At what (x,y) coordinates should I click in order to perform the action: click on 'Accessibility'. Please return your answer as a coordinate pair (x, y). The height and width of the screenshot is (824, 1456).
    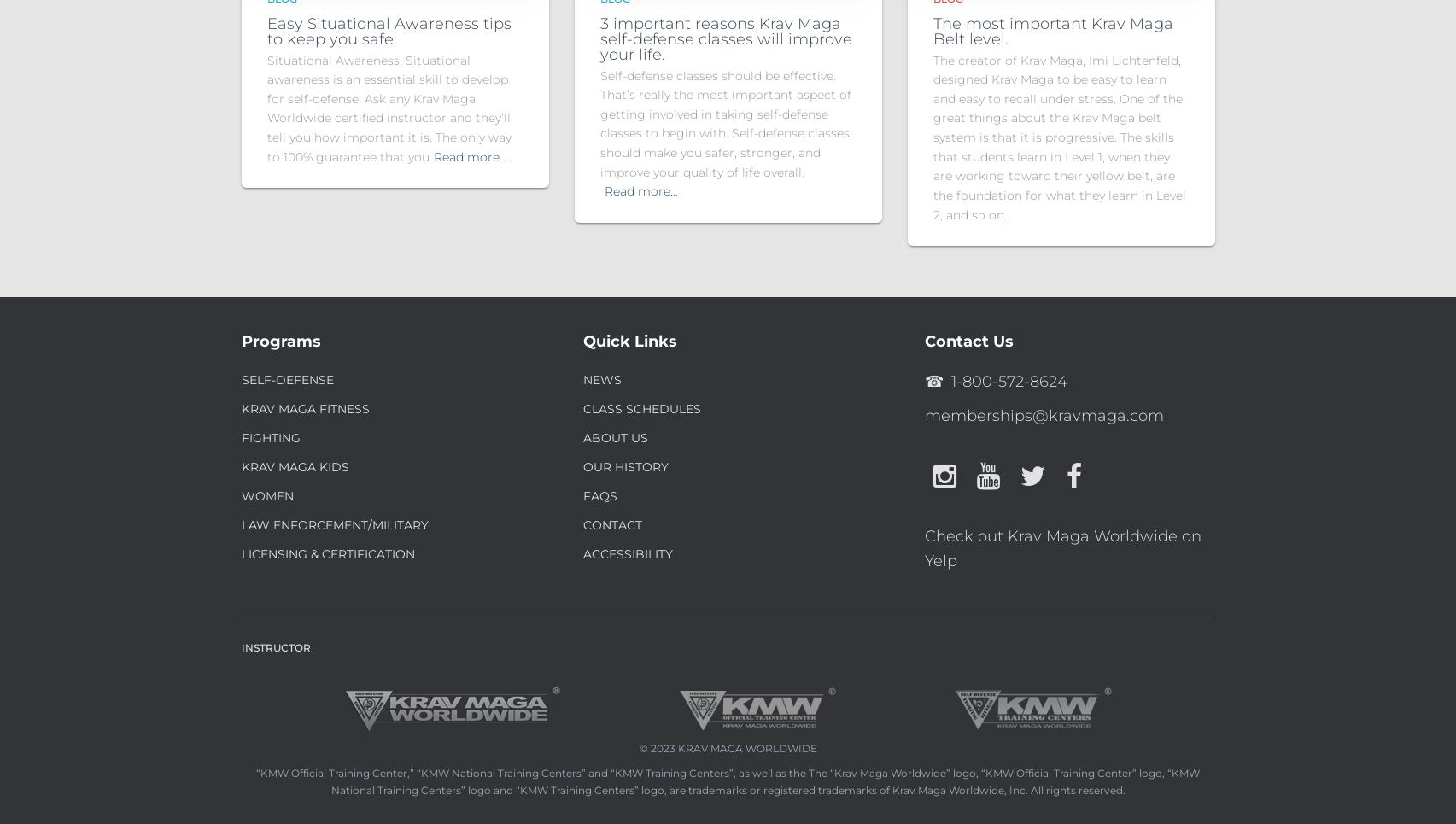
    Looking at the image, I should click on (582, 553).